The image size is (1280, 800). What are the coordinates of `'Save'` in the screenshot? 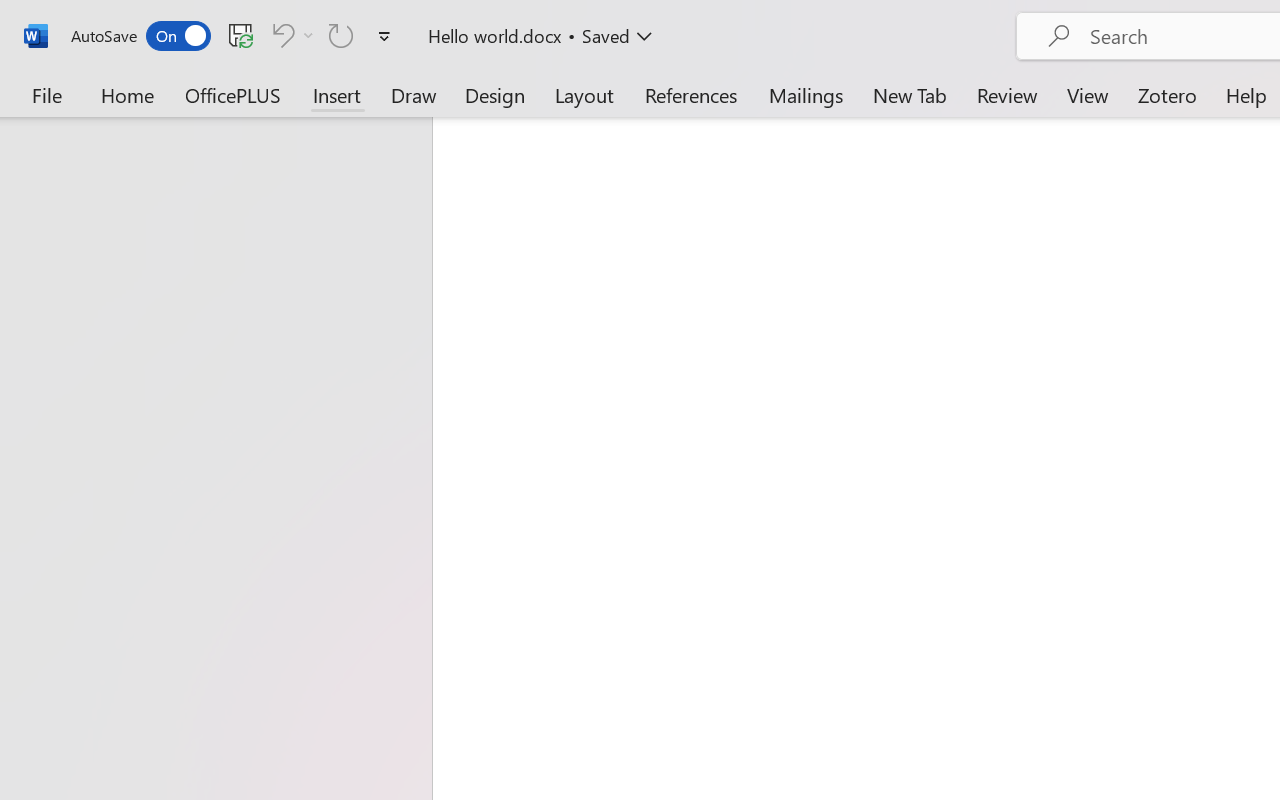 It's located at (240, 34).